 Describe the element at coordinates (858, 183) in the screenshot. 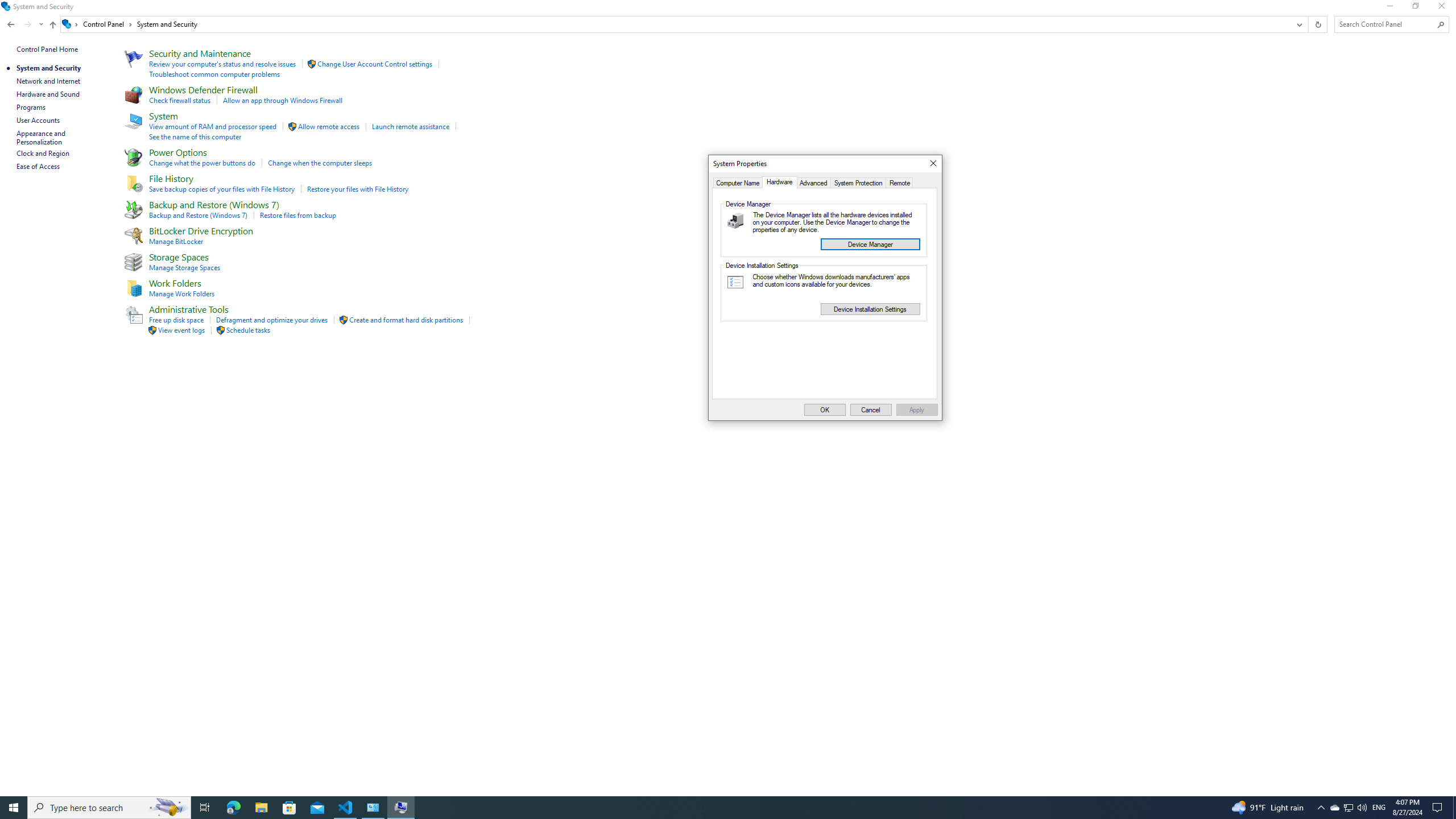

I see `'System Protection'` at that location.